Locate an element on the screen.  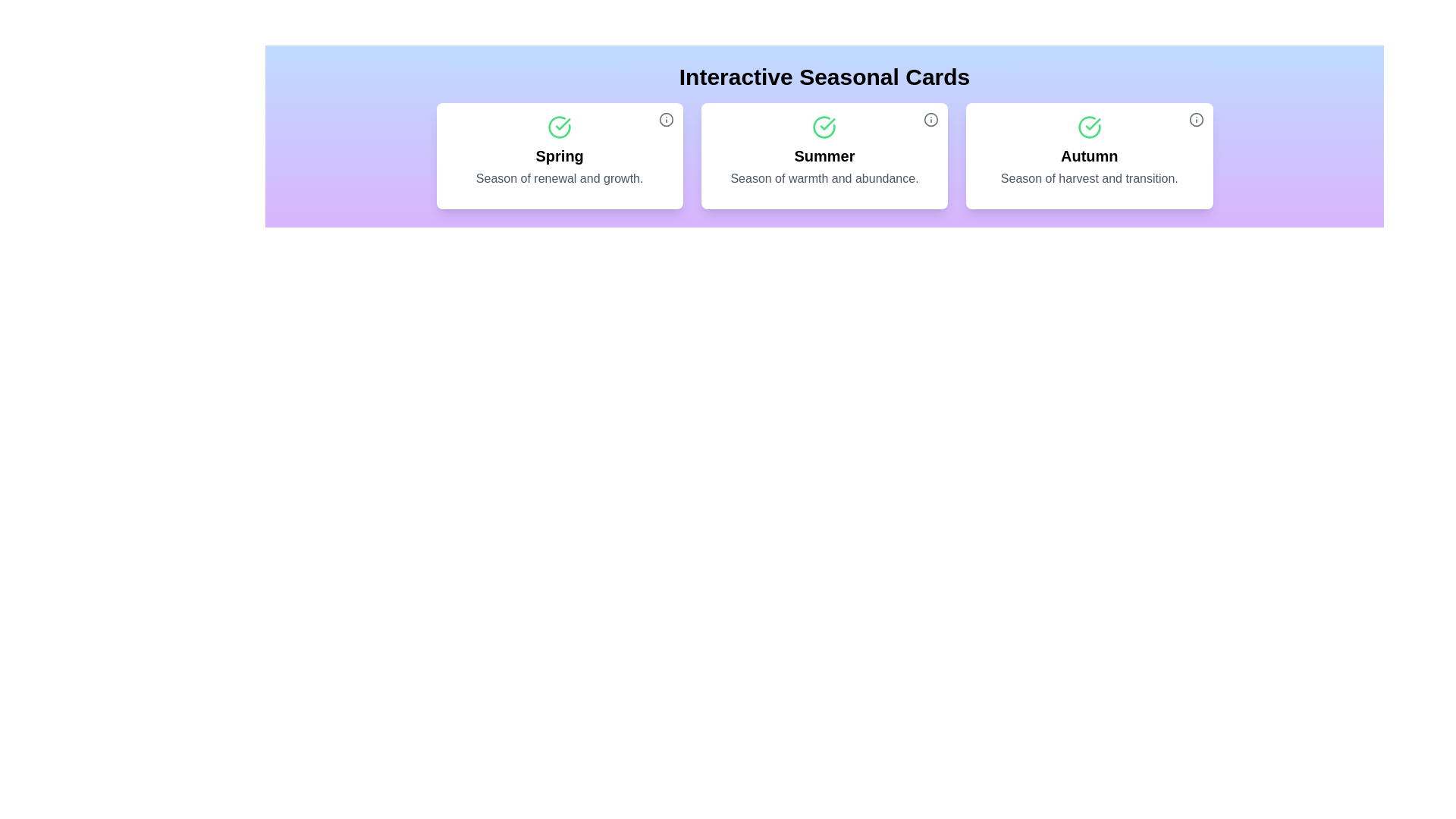
the text element displaying 'Season of warmth and abundance' located below the 'Summer' title in the center card of the horizontal trio of cards is located at coordinates (824, 177).